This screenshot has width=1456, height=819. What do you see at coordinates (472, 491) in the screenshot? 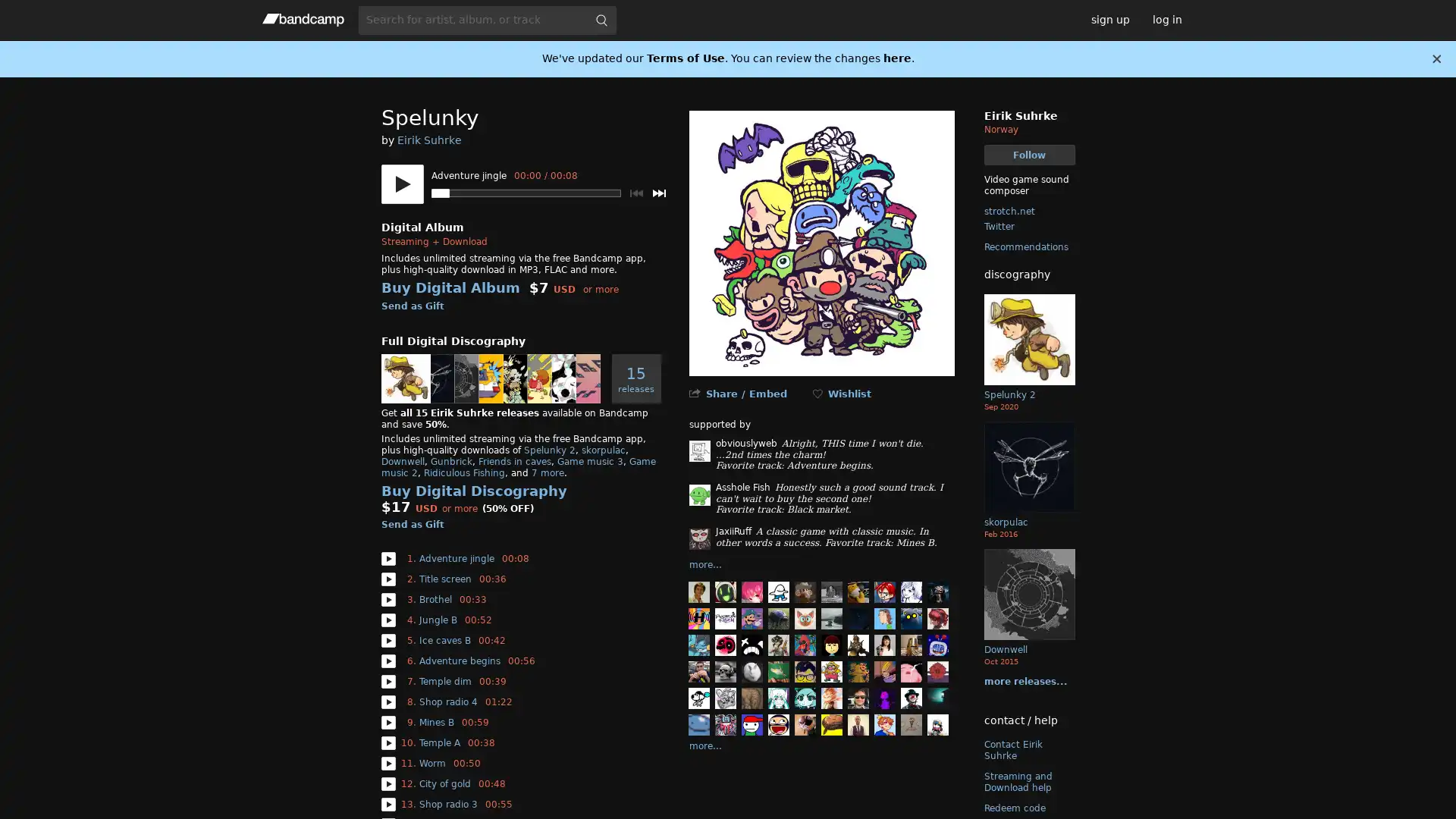
I see `Buy Digital Discography` at bounding box center [472, 491].